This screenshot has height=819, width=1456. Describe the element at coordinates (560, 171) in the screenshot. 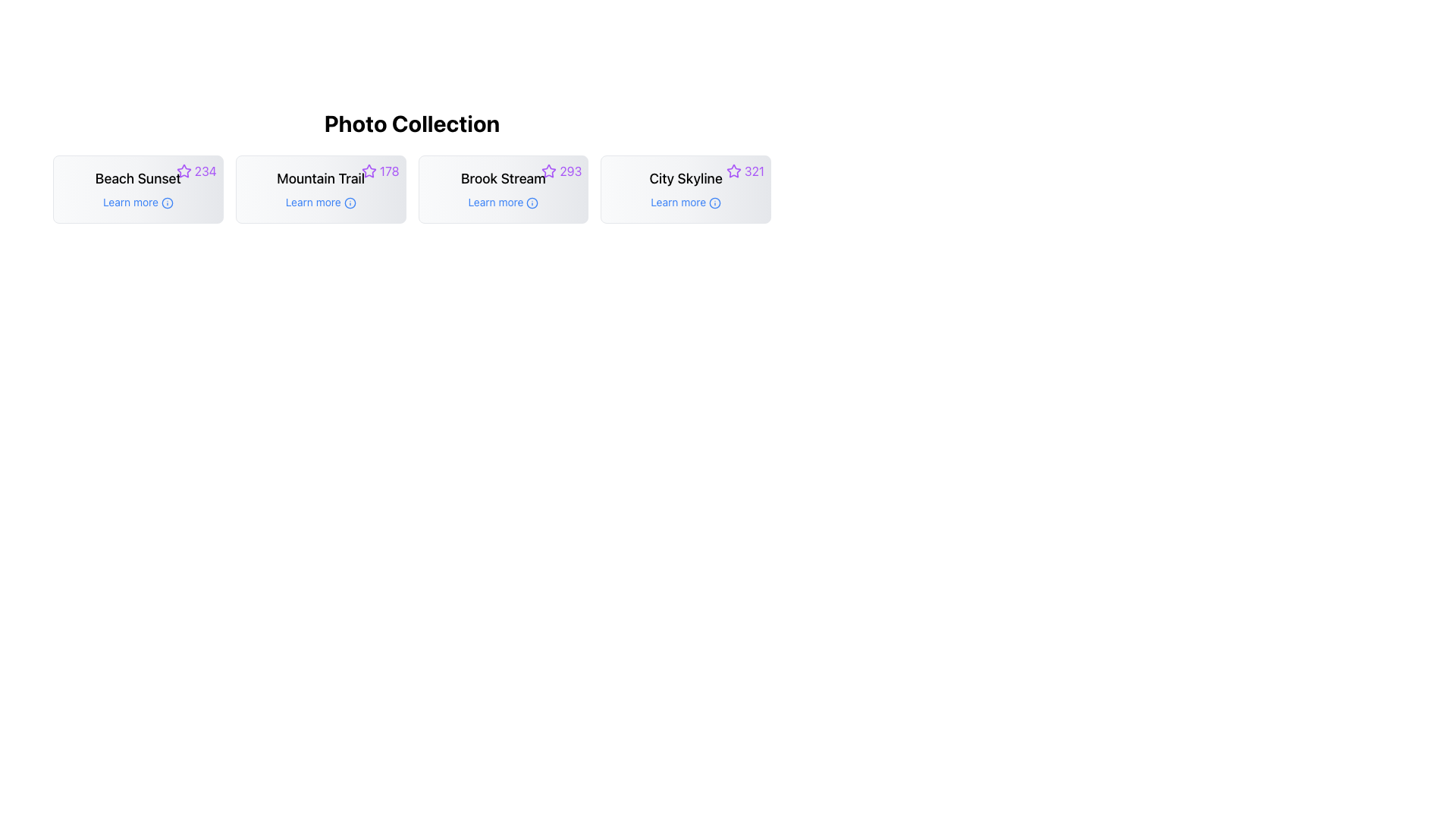

I see `the text label '293' to associate it with the star icon for rating interpretation` at that location.